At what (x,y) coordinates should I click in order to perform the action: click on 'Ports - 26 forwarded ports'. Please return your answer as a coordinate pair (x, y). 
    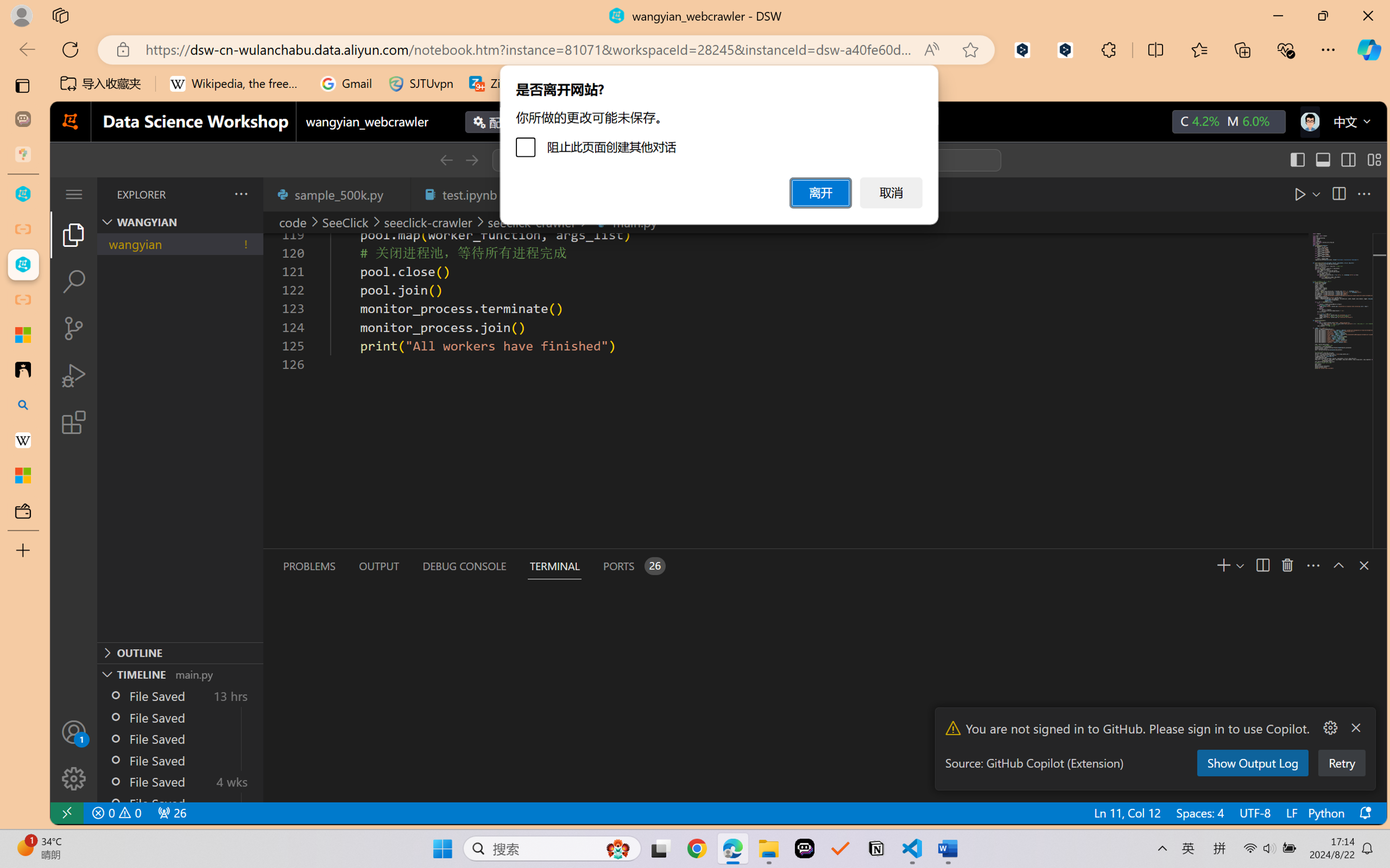
    Looking at the image, I should click on (632, 566).